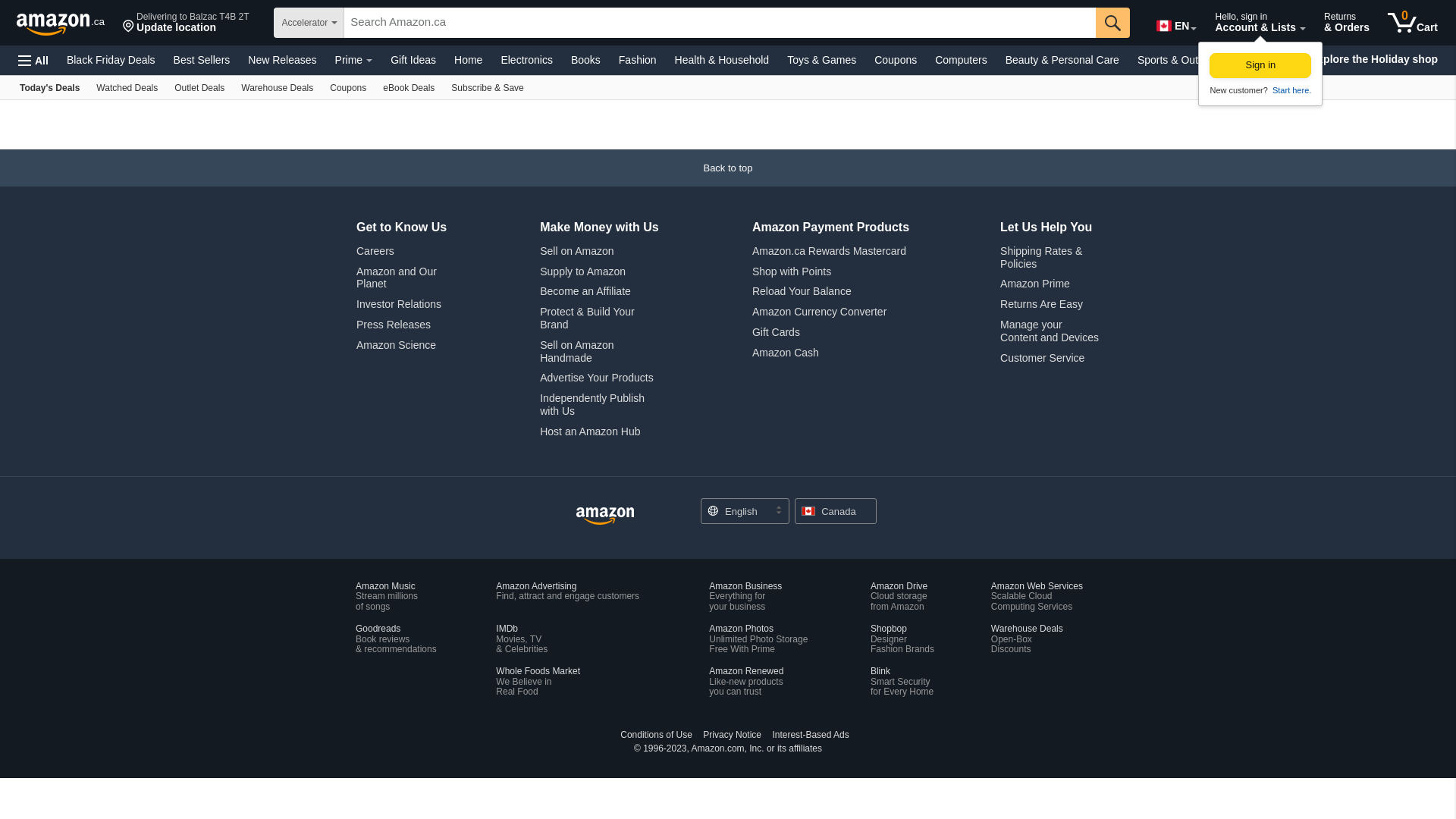 This screenshot has height=819, width=1456. I want to click on 'Press Releases', so click(393, 324).